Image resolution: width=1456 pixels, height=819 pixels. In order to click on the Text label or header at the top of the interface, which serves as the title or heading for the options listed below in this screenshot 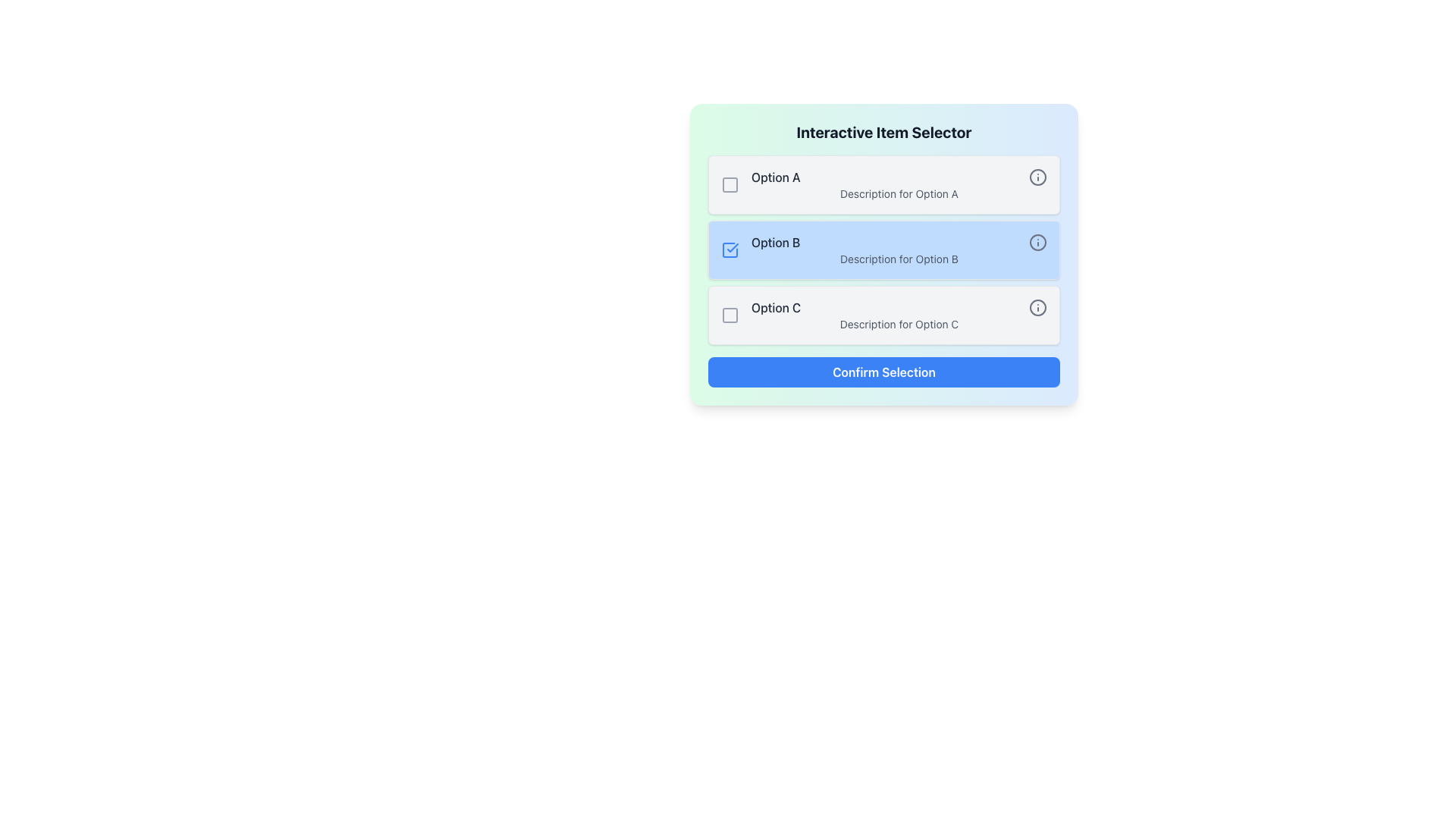, I will do `click(884, 131)`.